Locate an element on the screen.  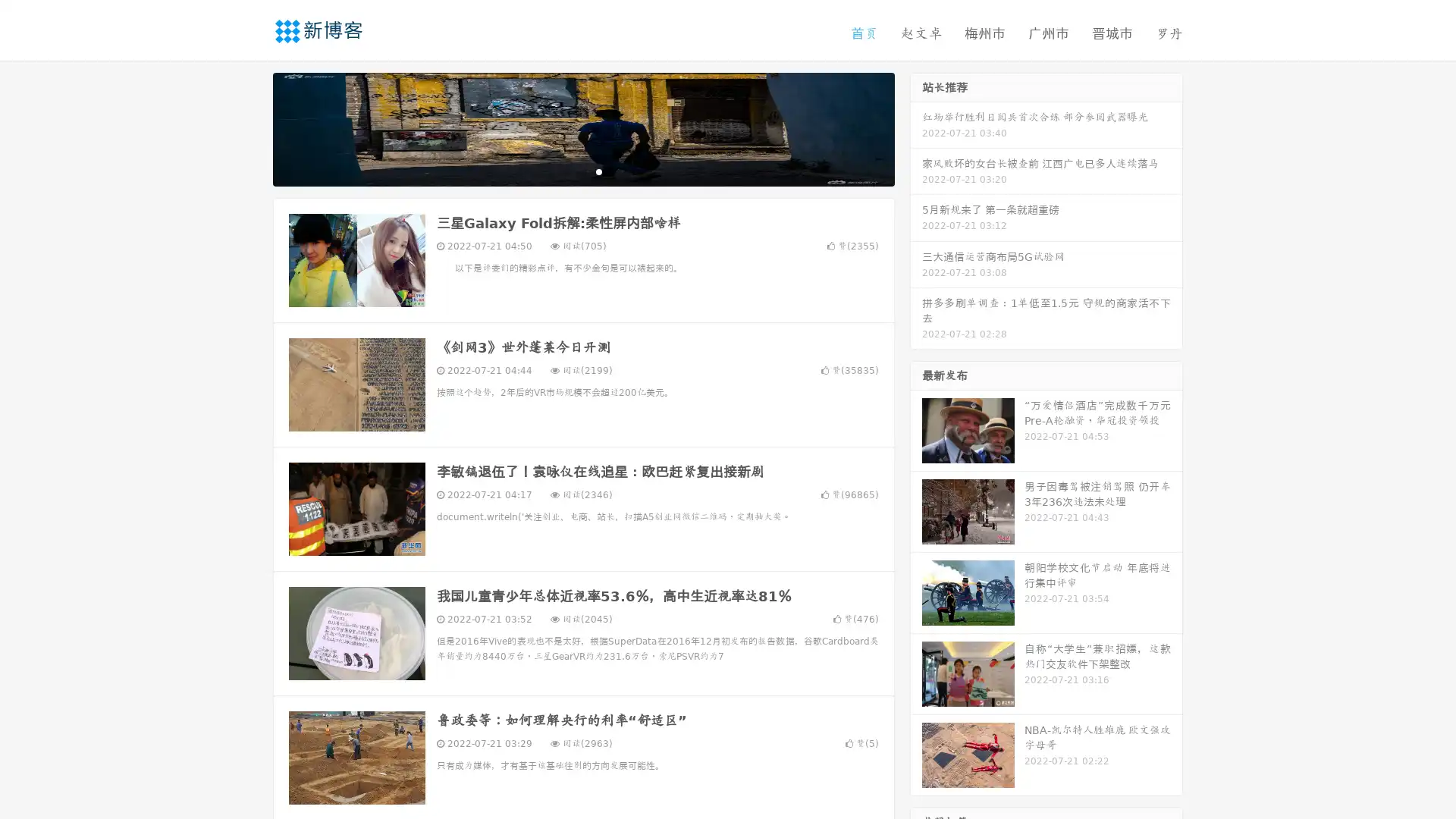
Go to slide 3 is located at coordinates (598, 171).